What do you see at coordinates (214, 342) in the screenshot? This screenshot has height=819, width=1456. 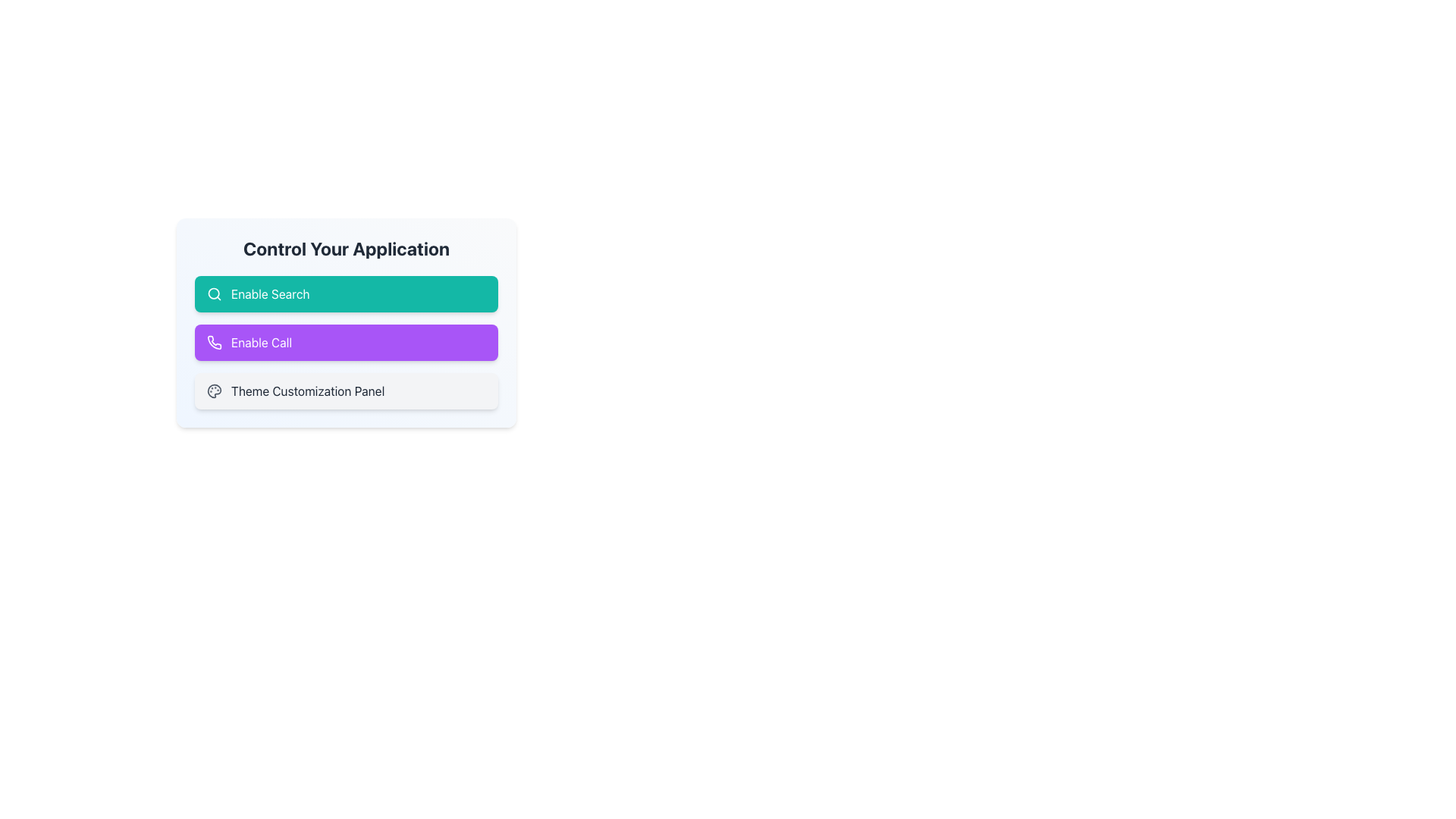 I see `the phone icon located inside the purple 'Enable Call' button` at bounding box center [214, 342].